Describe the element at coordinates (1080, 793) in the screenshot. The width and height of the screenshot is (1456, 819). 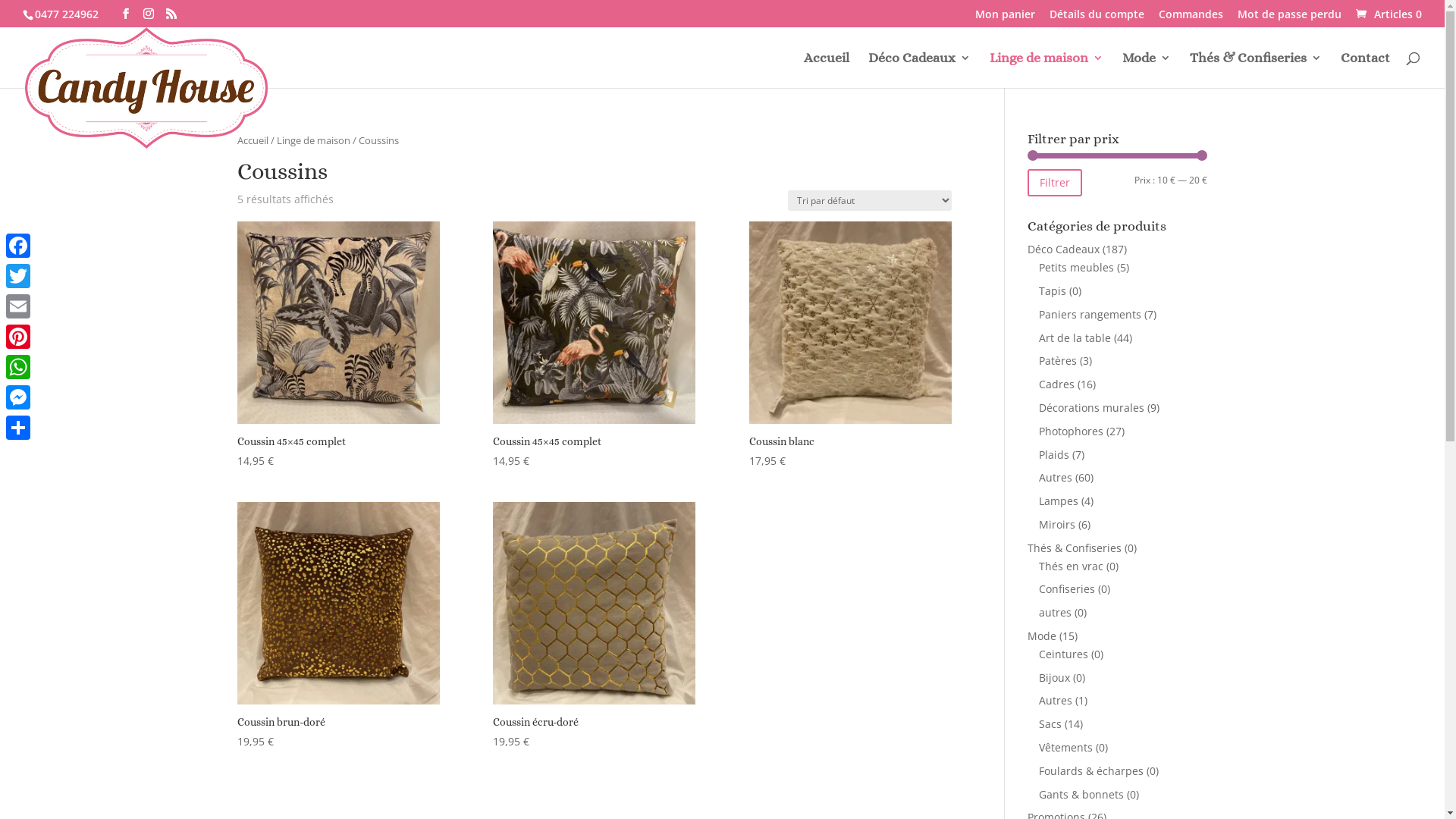
I see `'Gants & bonnets'` at that location.